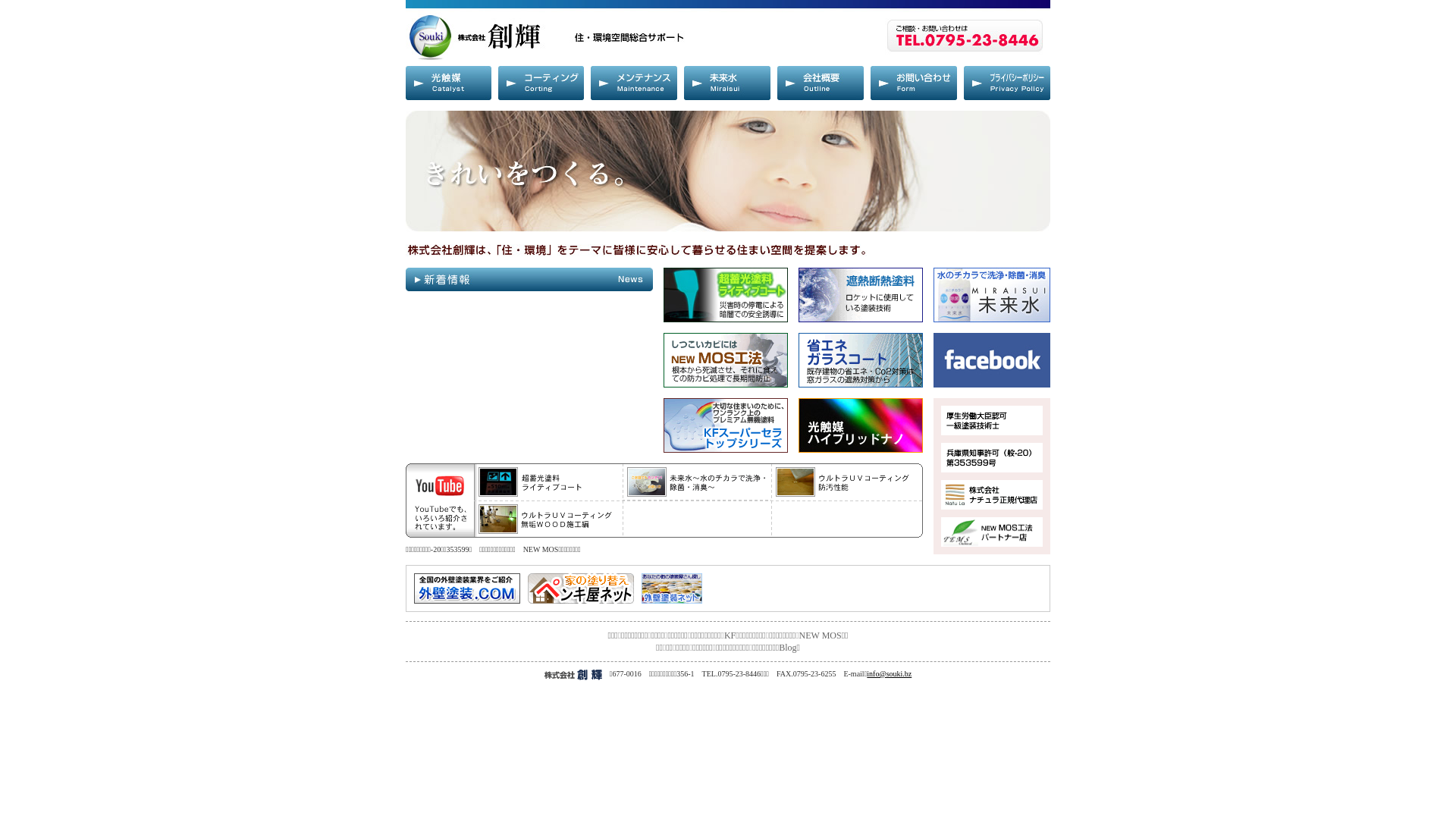  Describe the element at coordinates (866, 673) in the screenshot. I see `'info@souki.bz'` at that location.